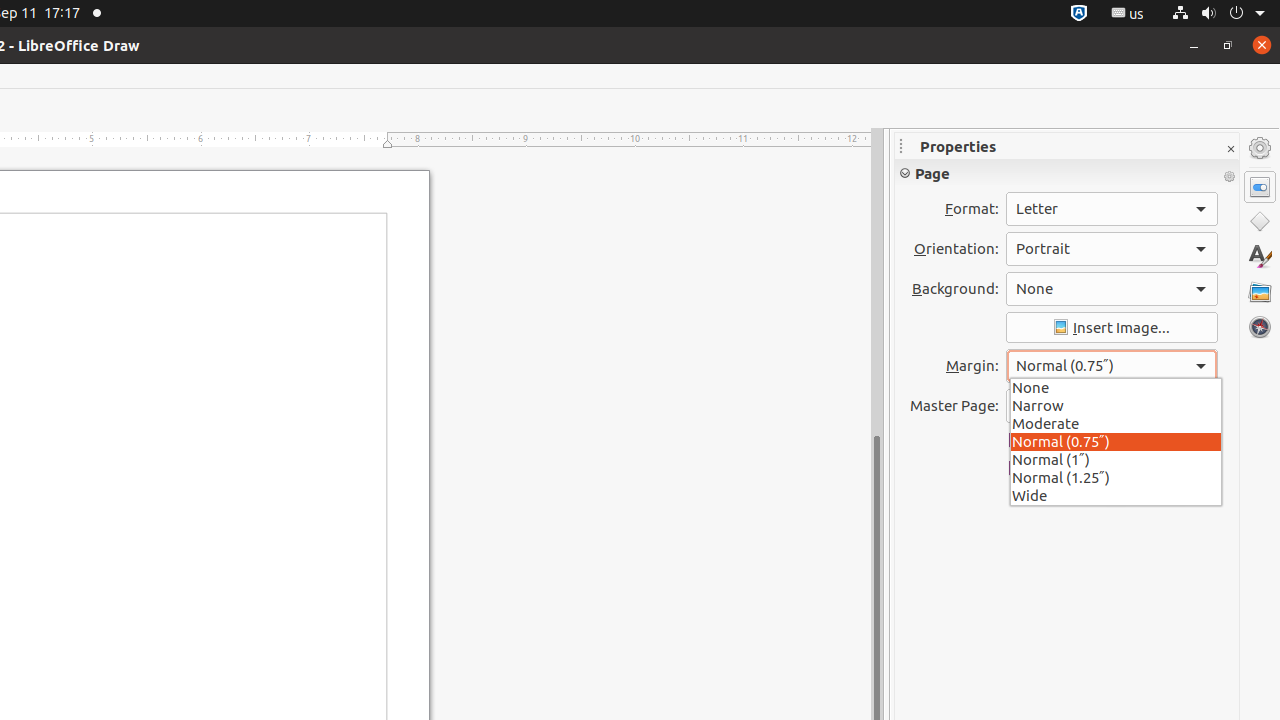  I want to click on 'Normal (1″)', so click(1115, 458).